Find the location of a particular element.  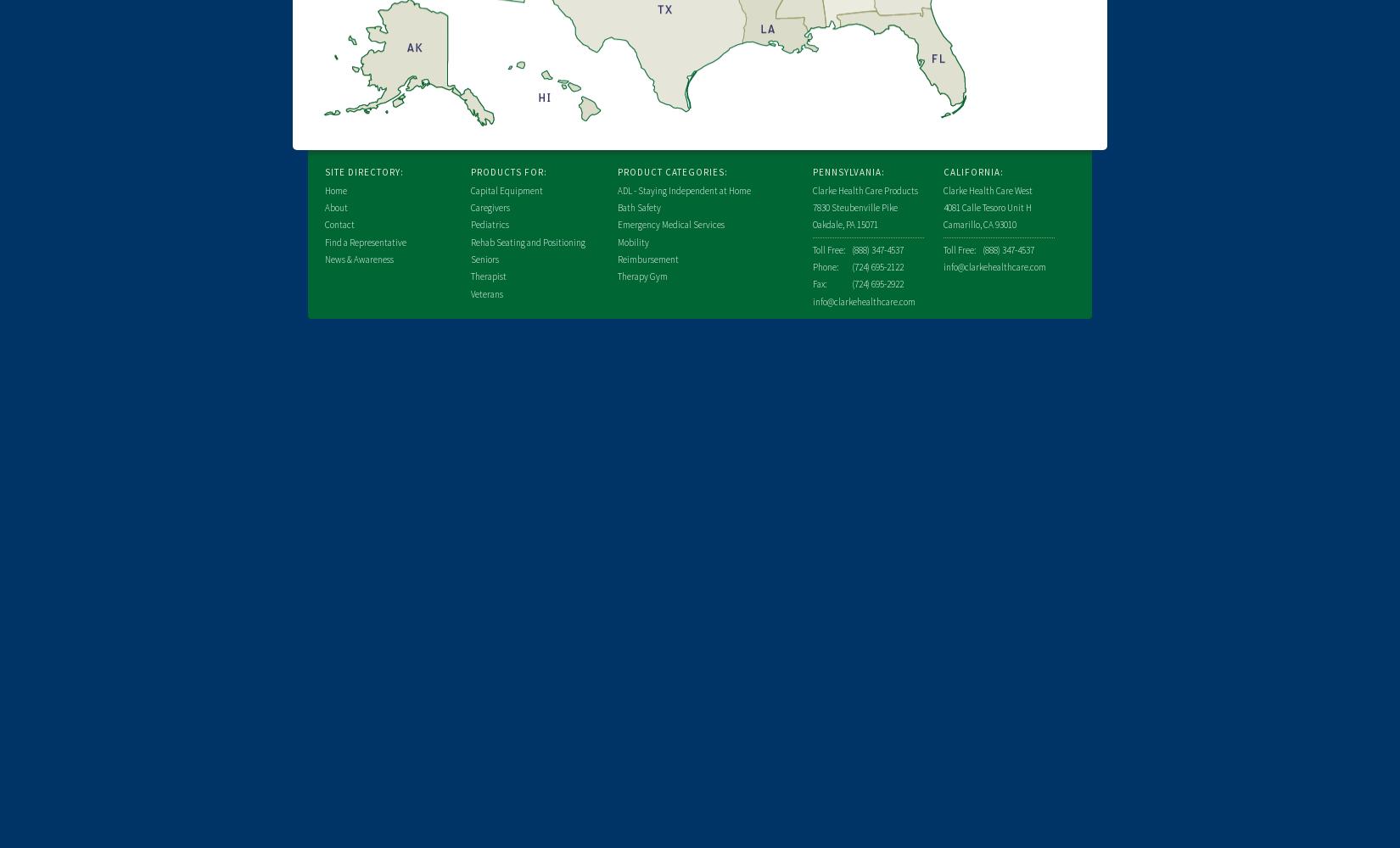

'7830 Steubenville Pike' is located at coordinates (854, 207).